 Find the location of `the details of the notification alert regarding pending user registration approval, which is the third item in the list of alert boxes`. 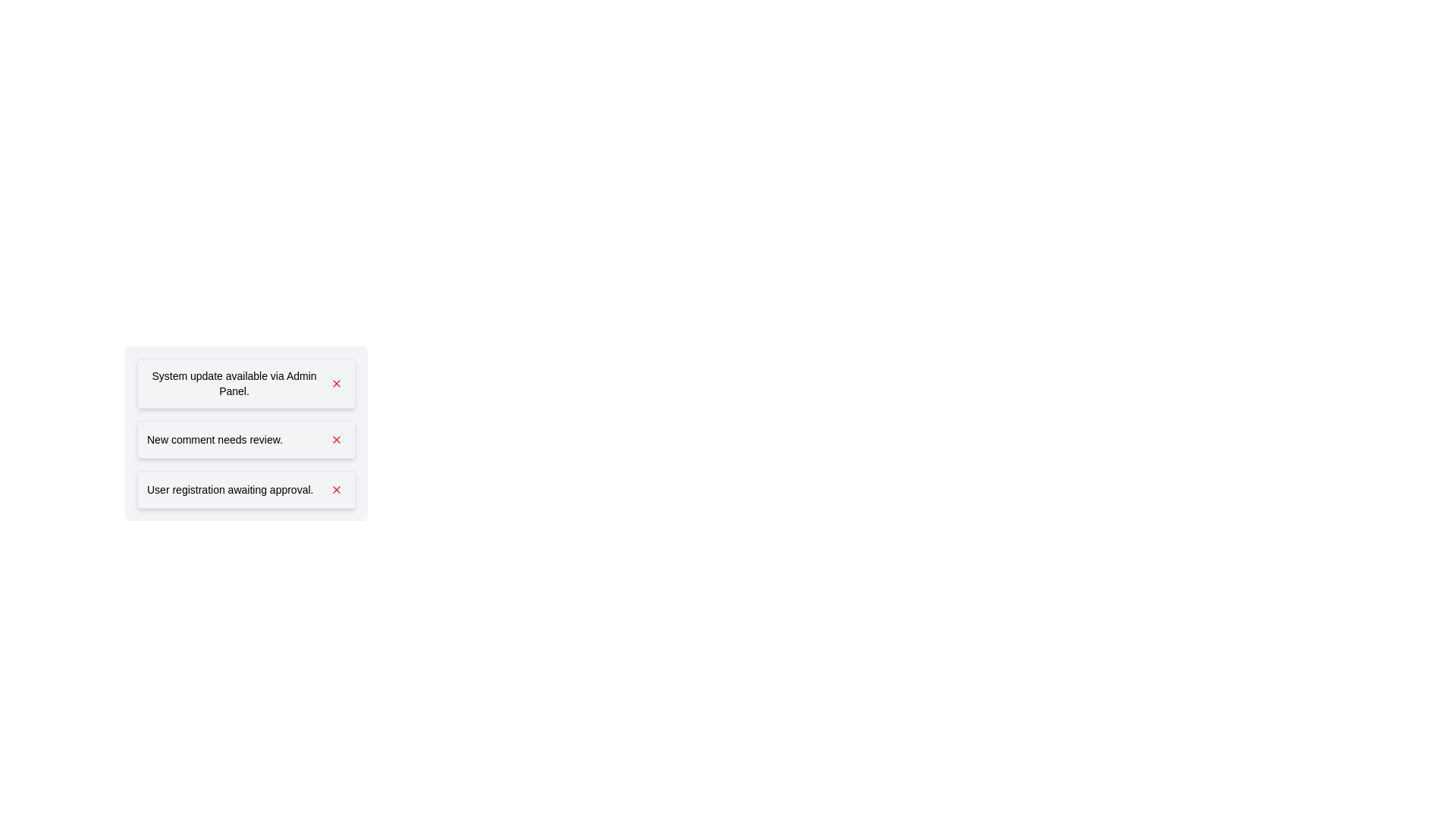

the details of the notification alert regarding pending user registration approval, which is the third item in the list of alert boxes is located at coordinates (246, 489).